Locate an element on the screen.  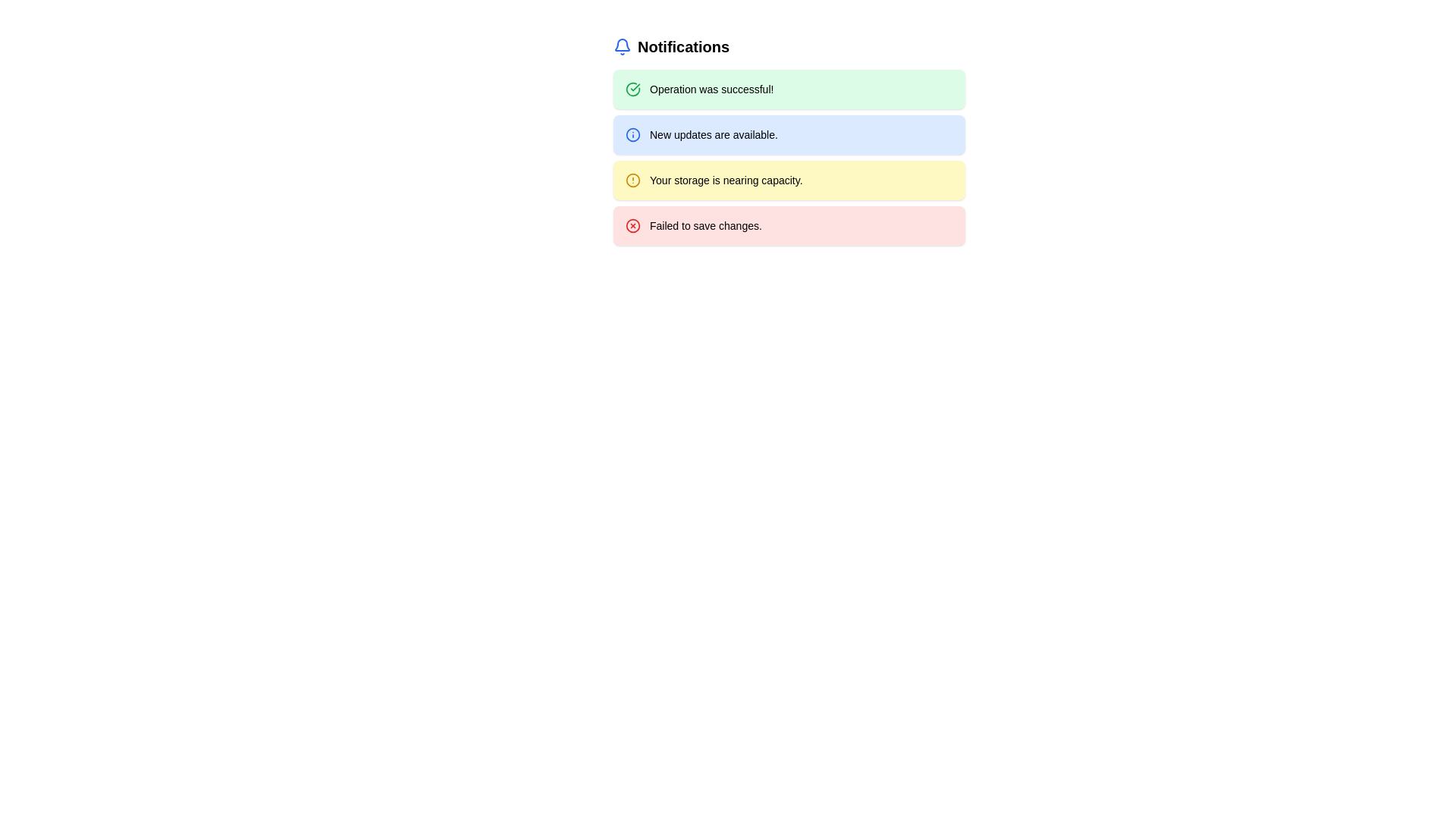
the upper part of the blue bell icon located at the top-left corner of the interface above the heading 'Notifications' is located at coordinates (622, 44).